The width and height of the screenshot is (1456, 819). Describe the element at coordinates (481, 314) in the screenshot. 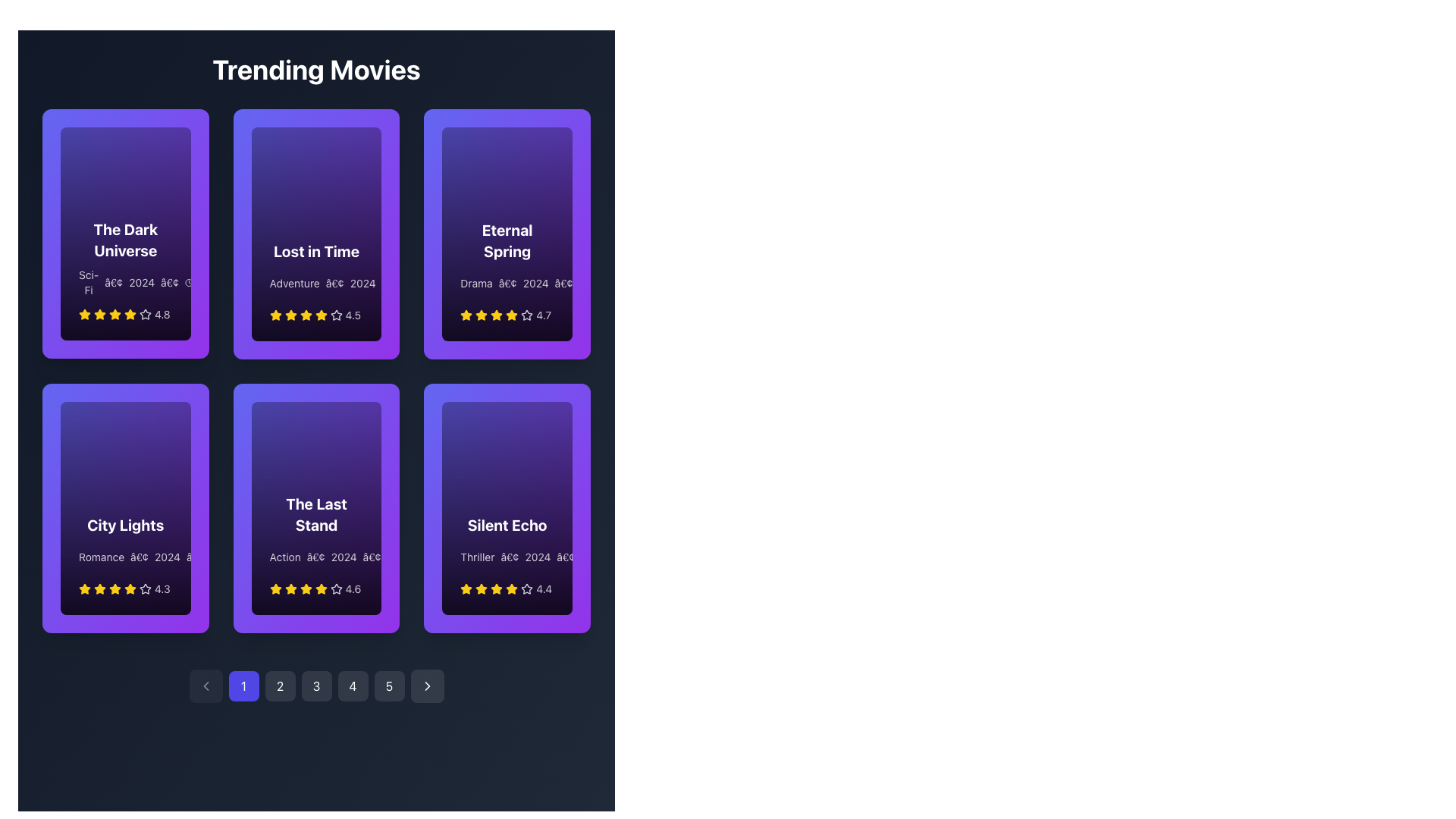

I see `the second star-shaped icon with a yellow fill and stroke outline, located below the movie title 'Eternal Spring' in the trending movies grid to interact with the rating system` at that location.